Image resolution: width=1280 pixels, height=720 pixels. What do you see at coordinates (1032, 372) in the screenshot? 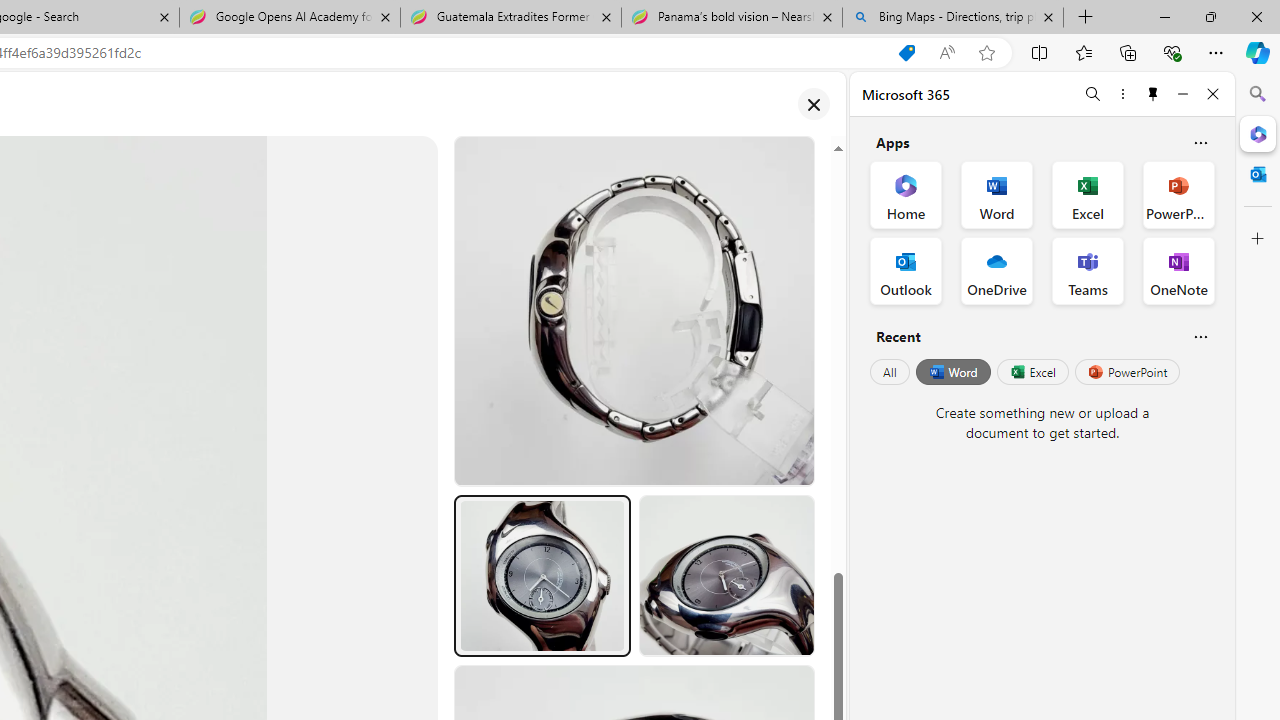
I see `'Excel'` at bounding box center [1032, 372].